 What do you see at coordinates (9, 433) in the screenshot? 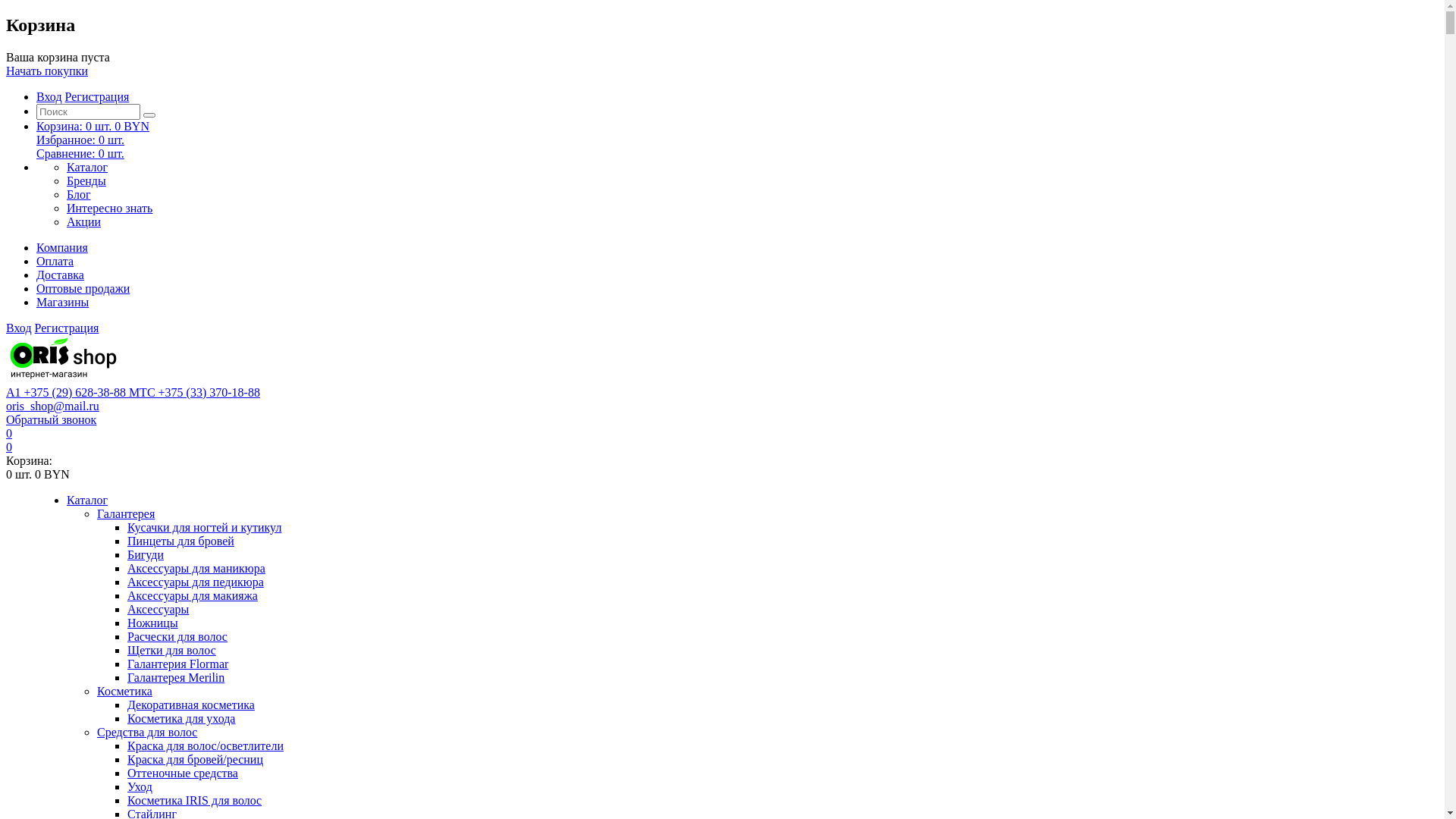
I see `'0'` at bounding box center [9, 433].